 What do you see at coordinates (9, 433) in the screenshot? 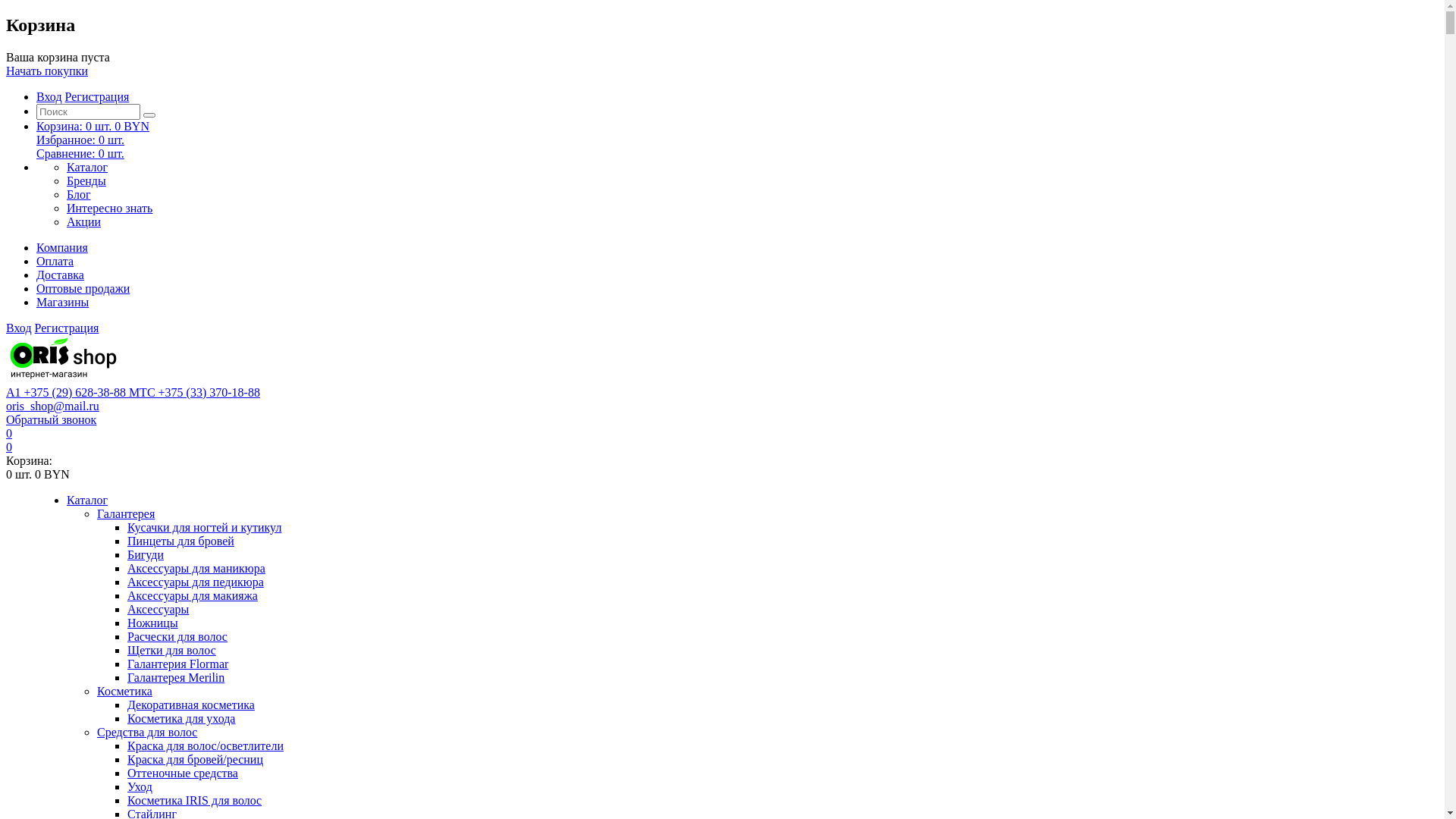
I see `'0'` at bounding box center [9, 433].